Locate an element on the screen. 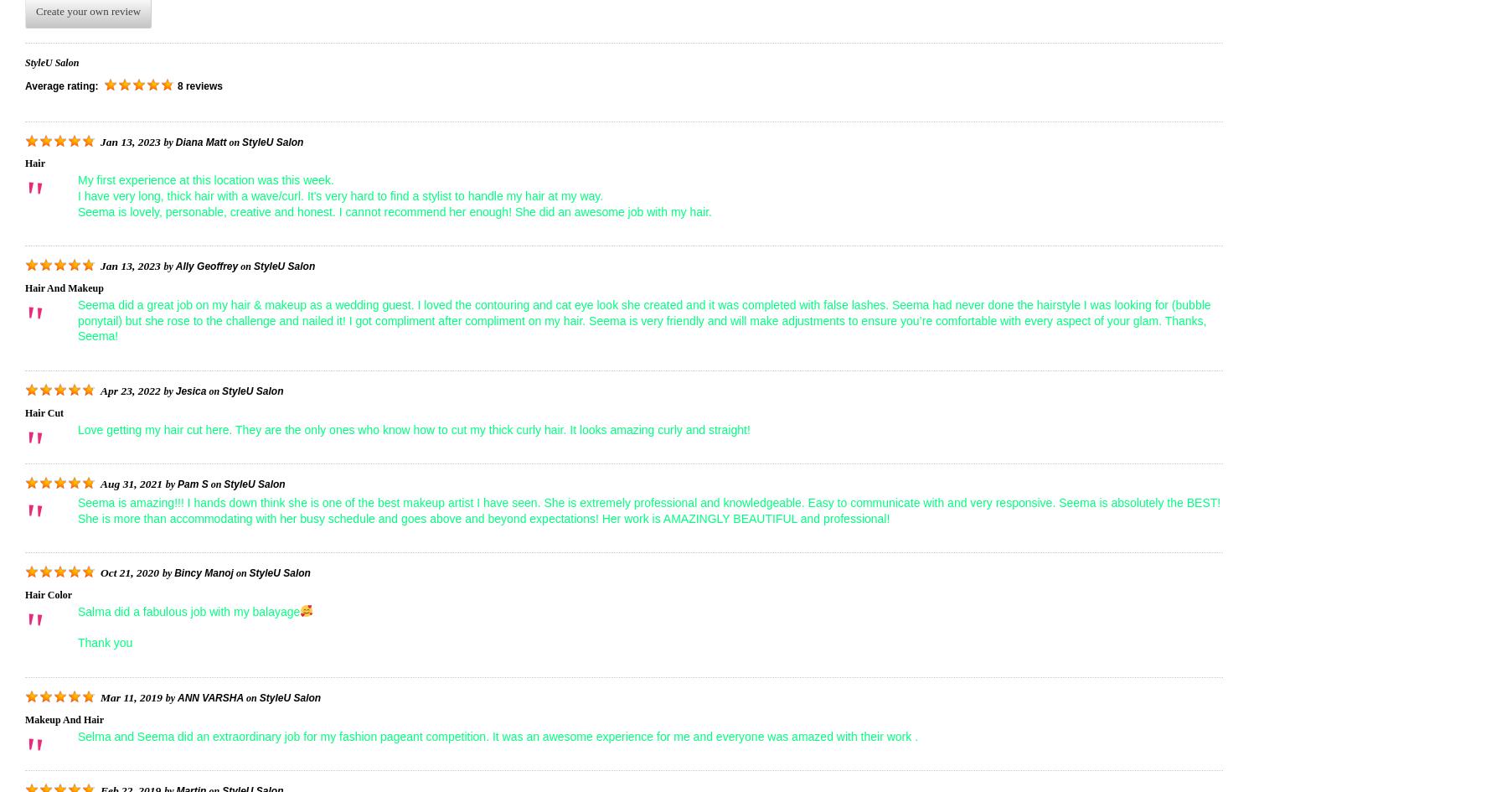 This screenshot has height=792, width=1512. 'Diana Matt' is located at coordinates (200, 141).